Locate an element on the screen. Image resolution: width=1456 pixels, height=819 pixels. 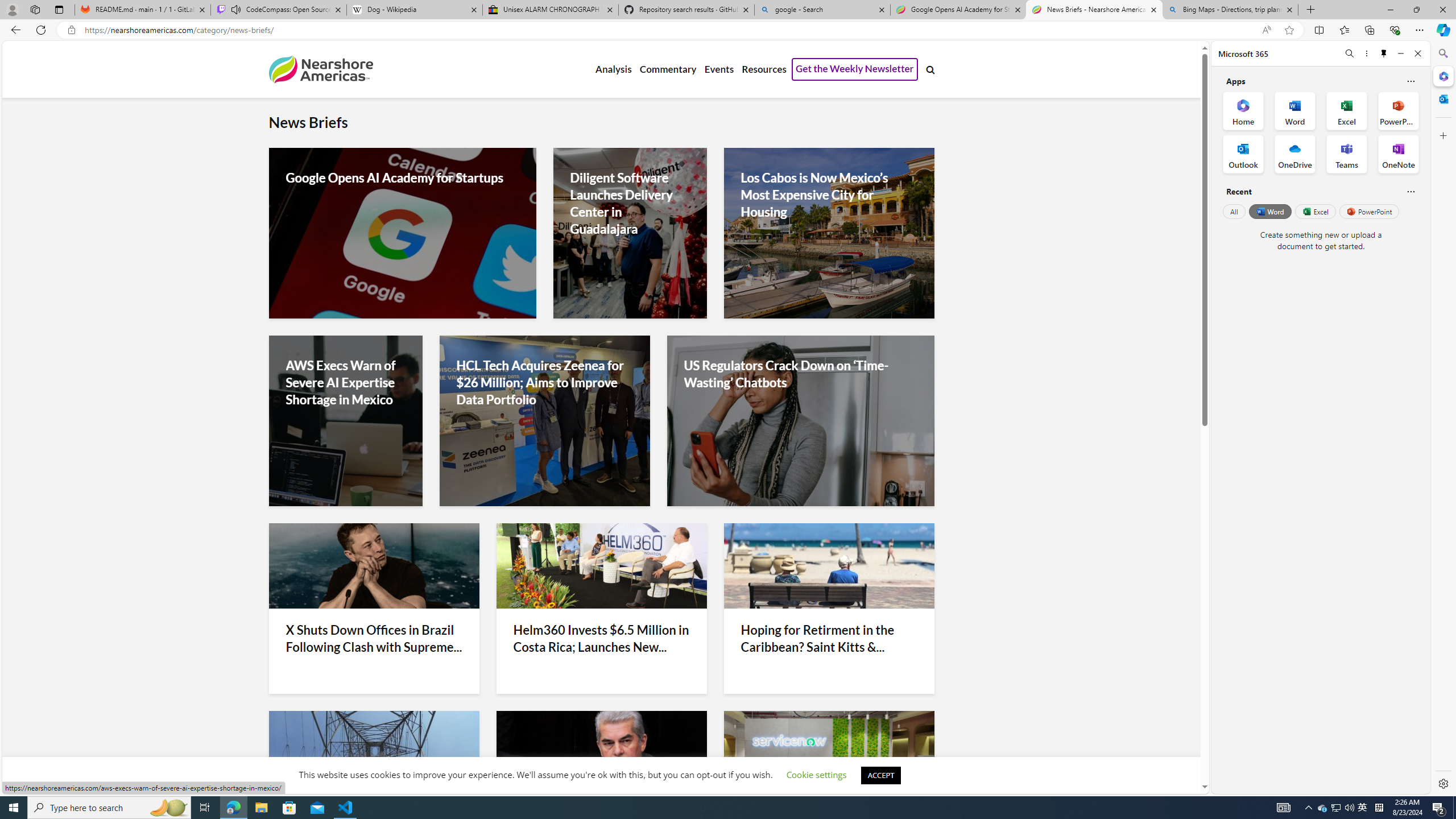
'Get the Weekly Newsletter' is located at coordinates (854, 69).